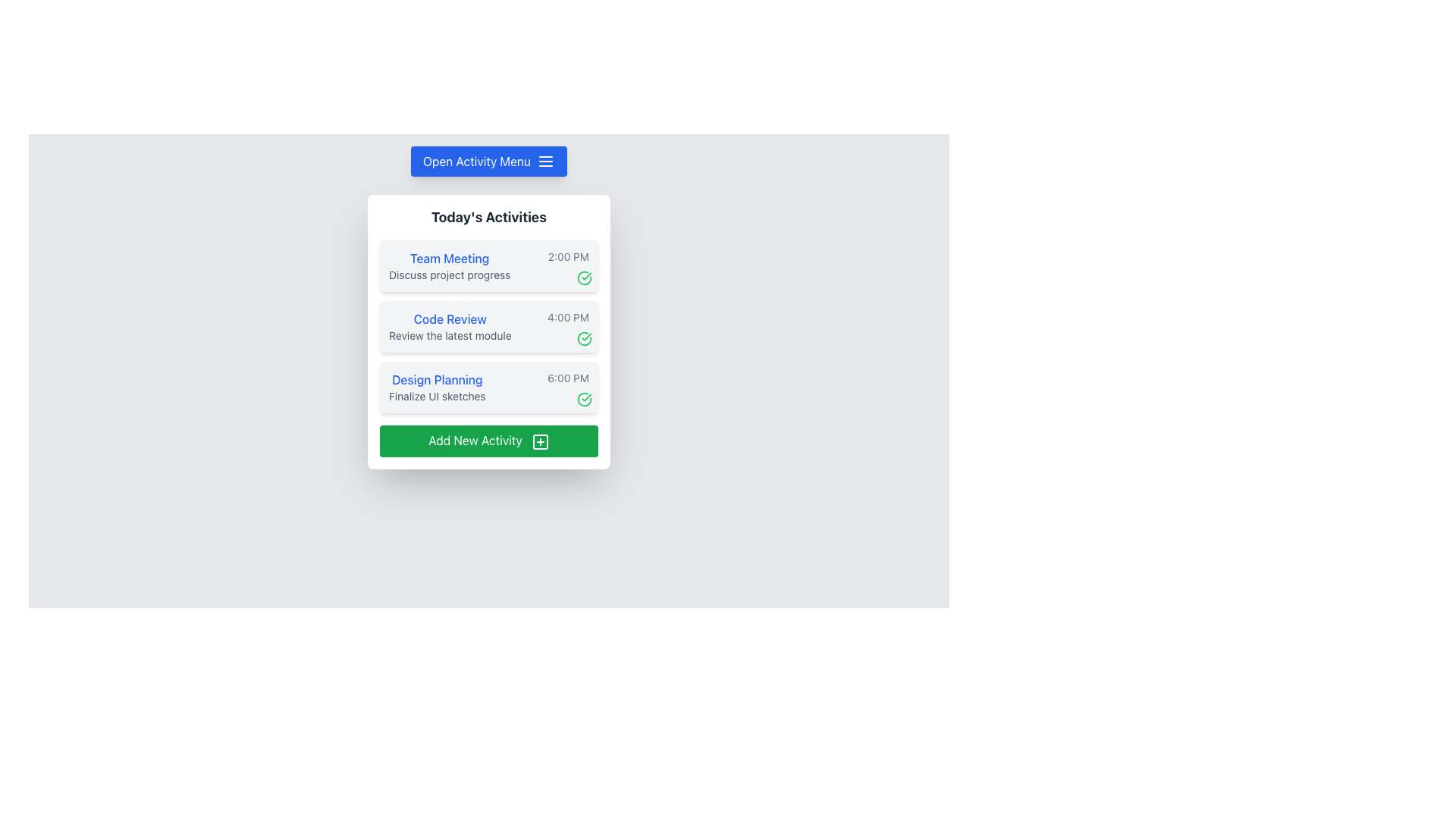  What do you see at coordinates (436, 379) in the screenshot?
I see `the text label titled 'Design Planning', which is the third entry in the list of activities, located on a white card between 'Code Review' and 'Add New Activity'` at bounding box center [436, 379].